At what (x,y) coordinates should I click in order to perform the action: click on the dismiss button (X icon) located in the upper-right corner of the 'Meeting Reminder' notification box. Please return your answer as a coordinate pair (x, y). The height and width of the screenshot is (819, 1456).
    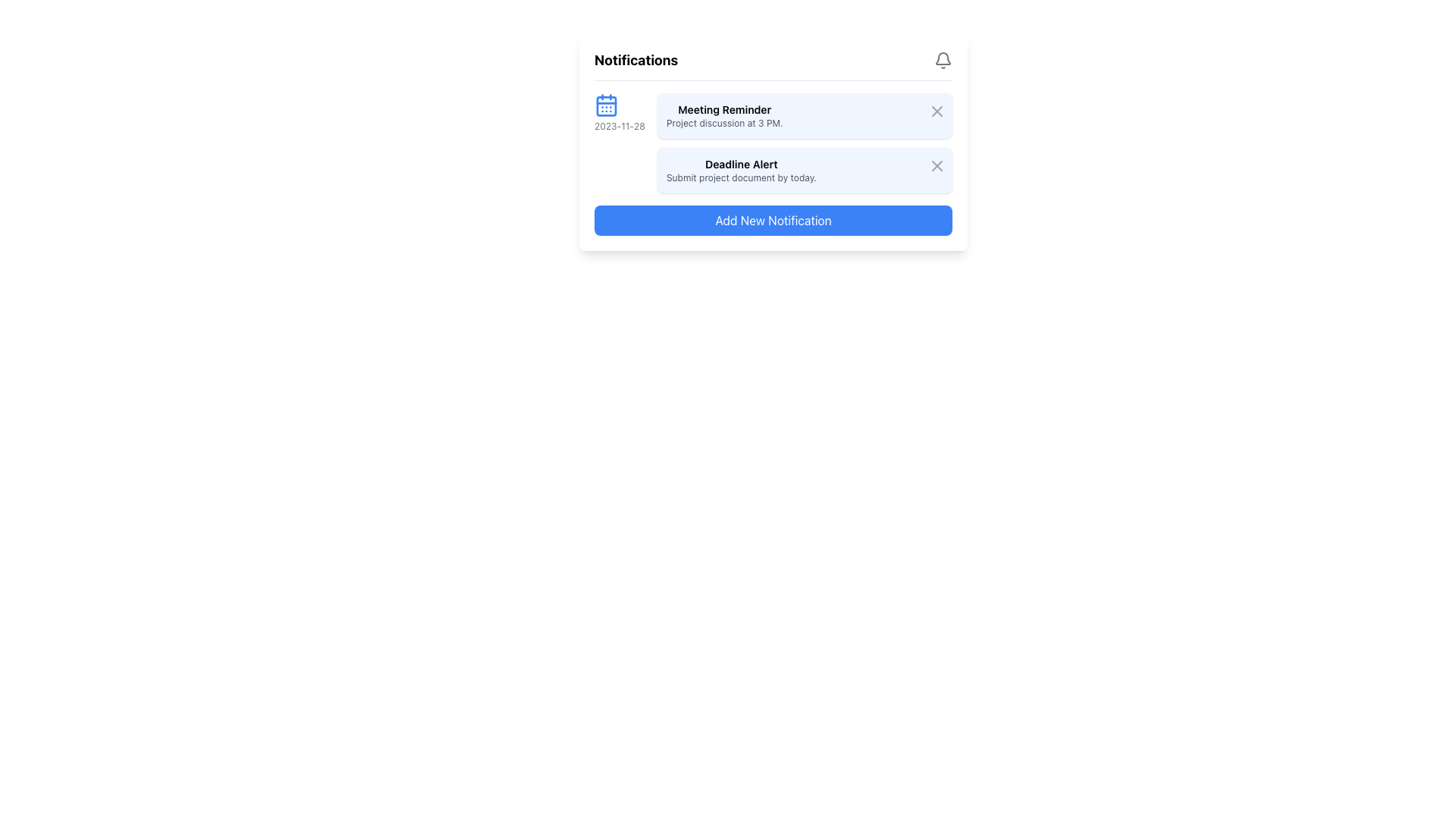
    Looking at the image, I should click on (934, 109).